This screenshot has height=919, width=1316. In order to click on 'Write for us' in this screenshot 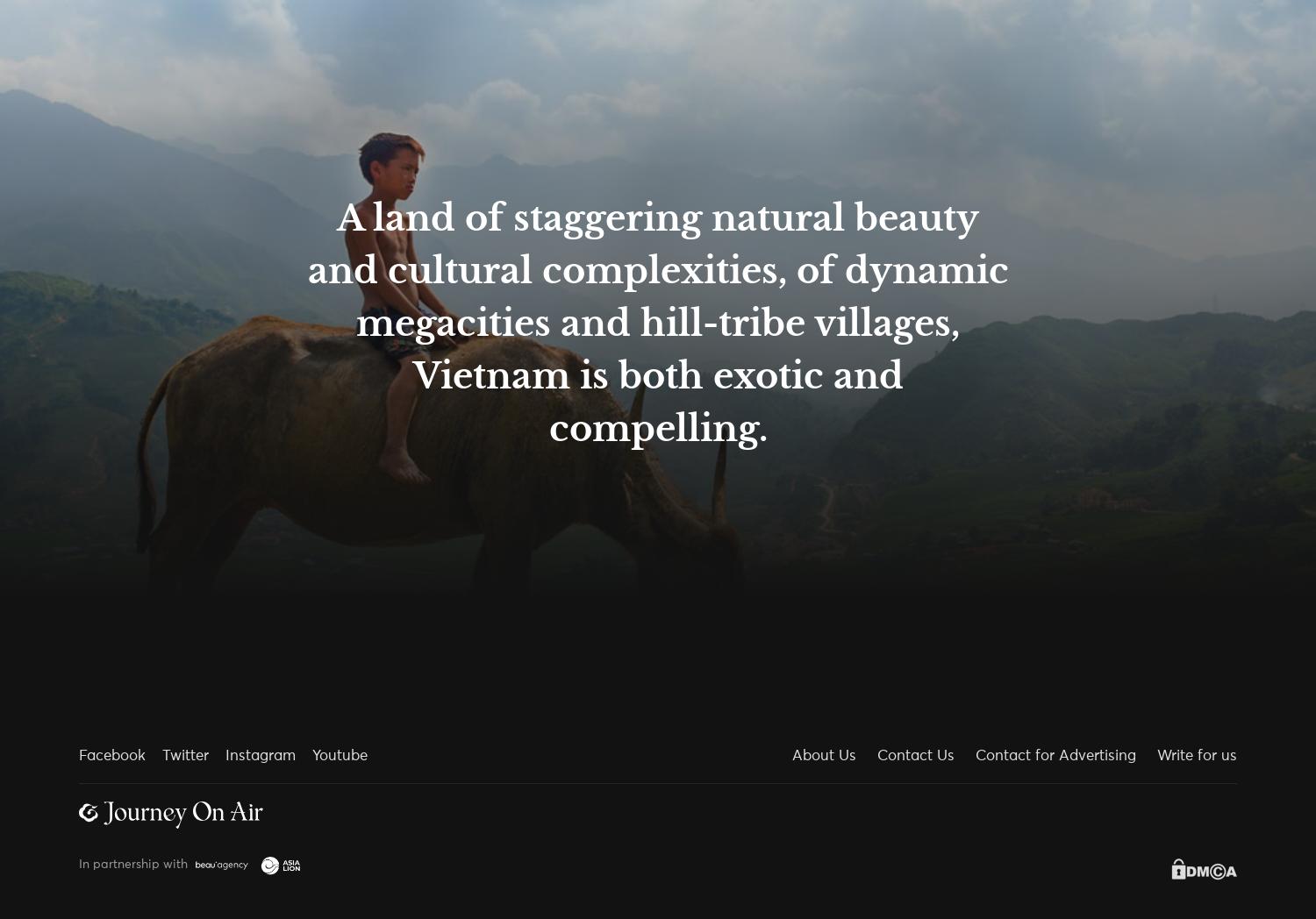, I will do `click(1196, 756)`.